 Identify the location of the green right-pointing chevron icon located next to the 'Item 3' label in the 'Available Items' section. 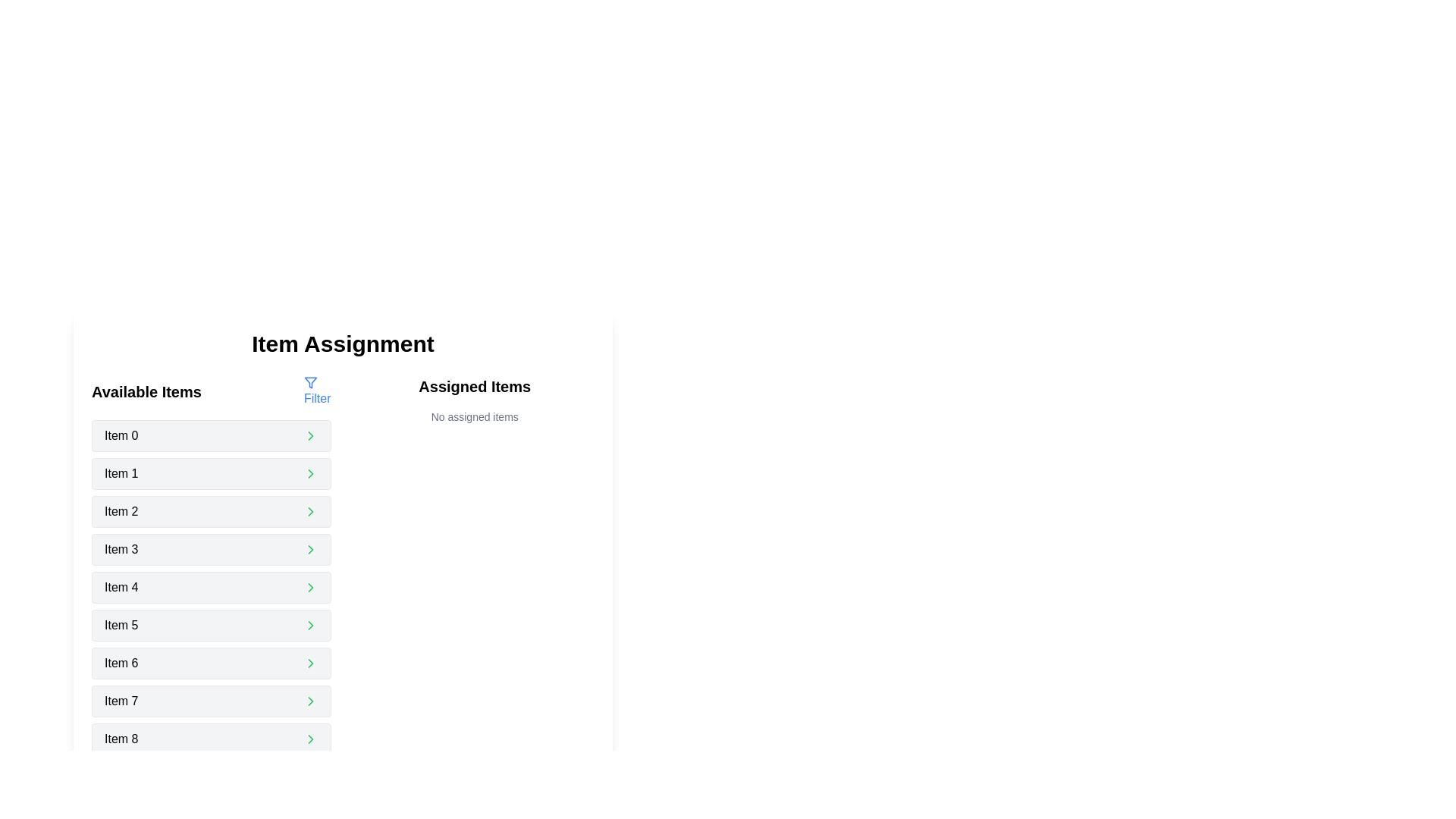
(309, 550).